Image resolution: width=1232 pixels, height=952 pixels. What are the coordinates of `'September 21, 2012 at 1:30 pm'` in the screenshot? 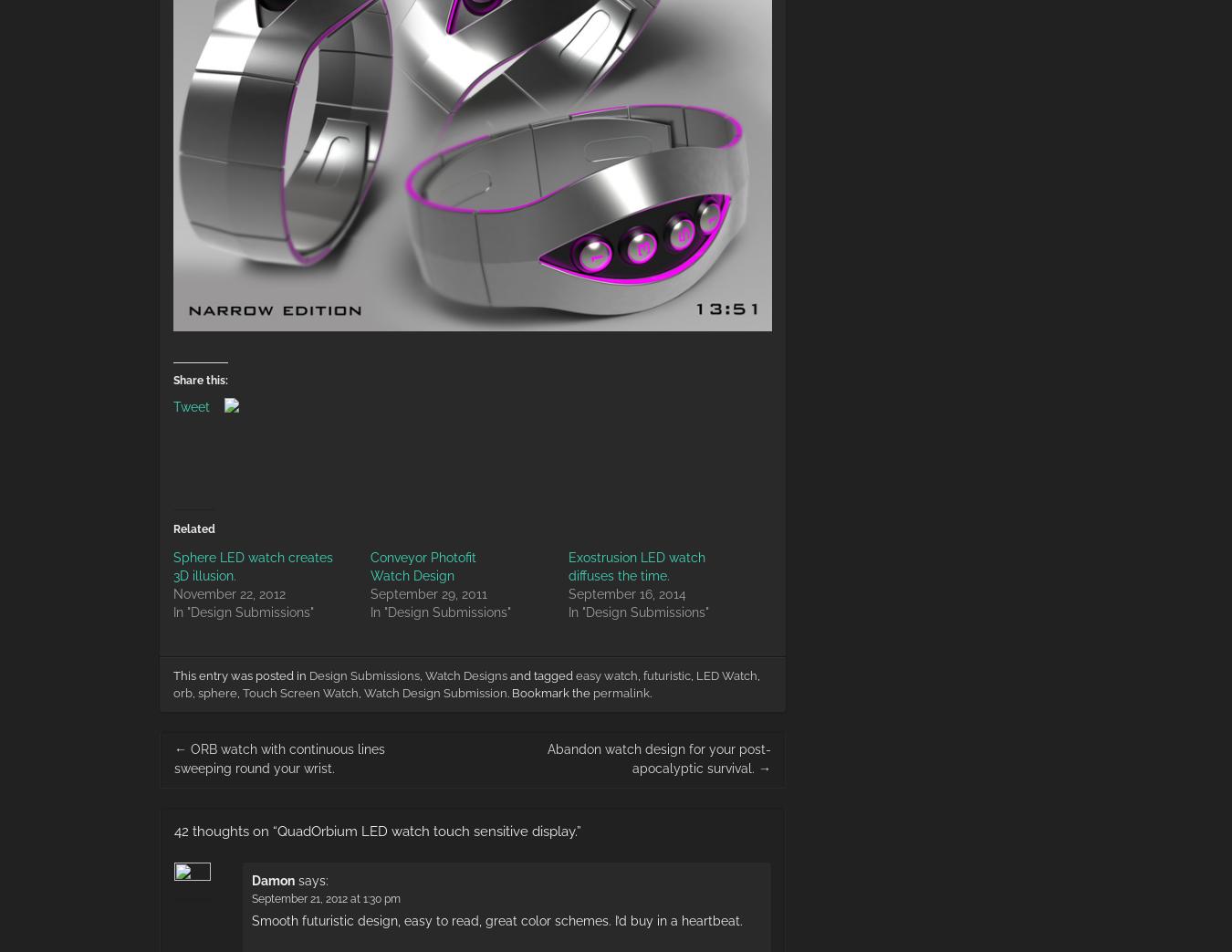 It's located at (250, 897).